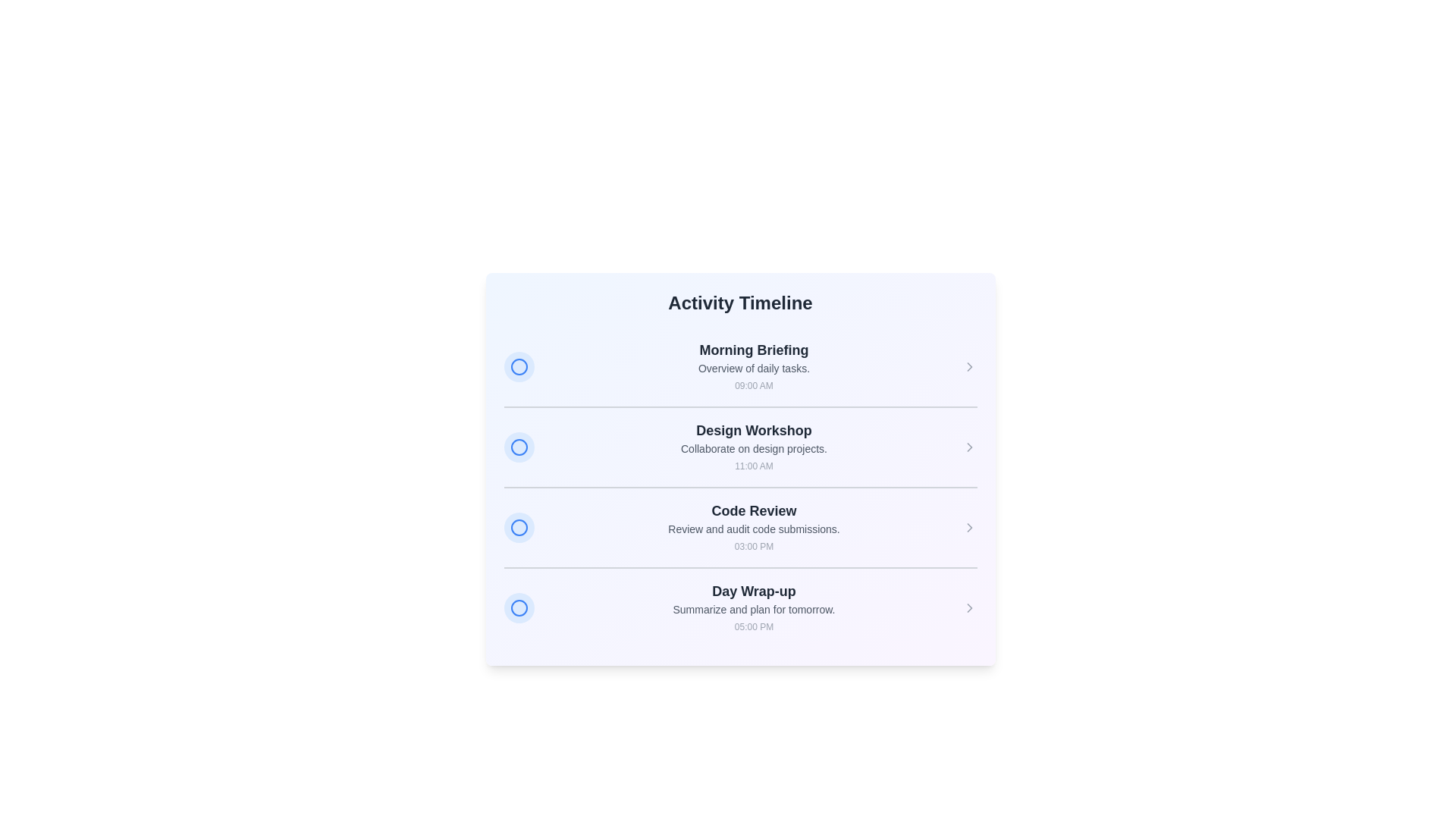  I want to click on the right-pointing chevron-shaped icon styled in gray, positioned at the end of the 'Morning Briefing' row in the 'Activity Timeline' section, so click(968, 366).